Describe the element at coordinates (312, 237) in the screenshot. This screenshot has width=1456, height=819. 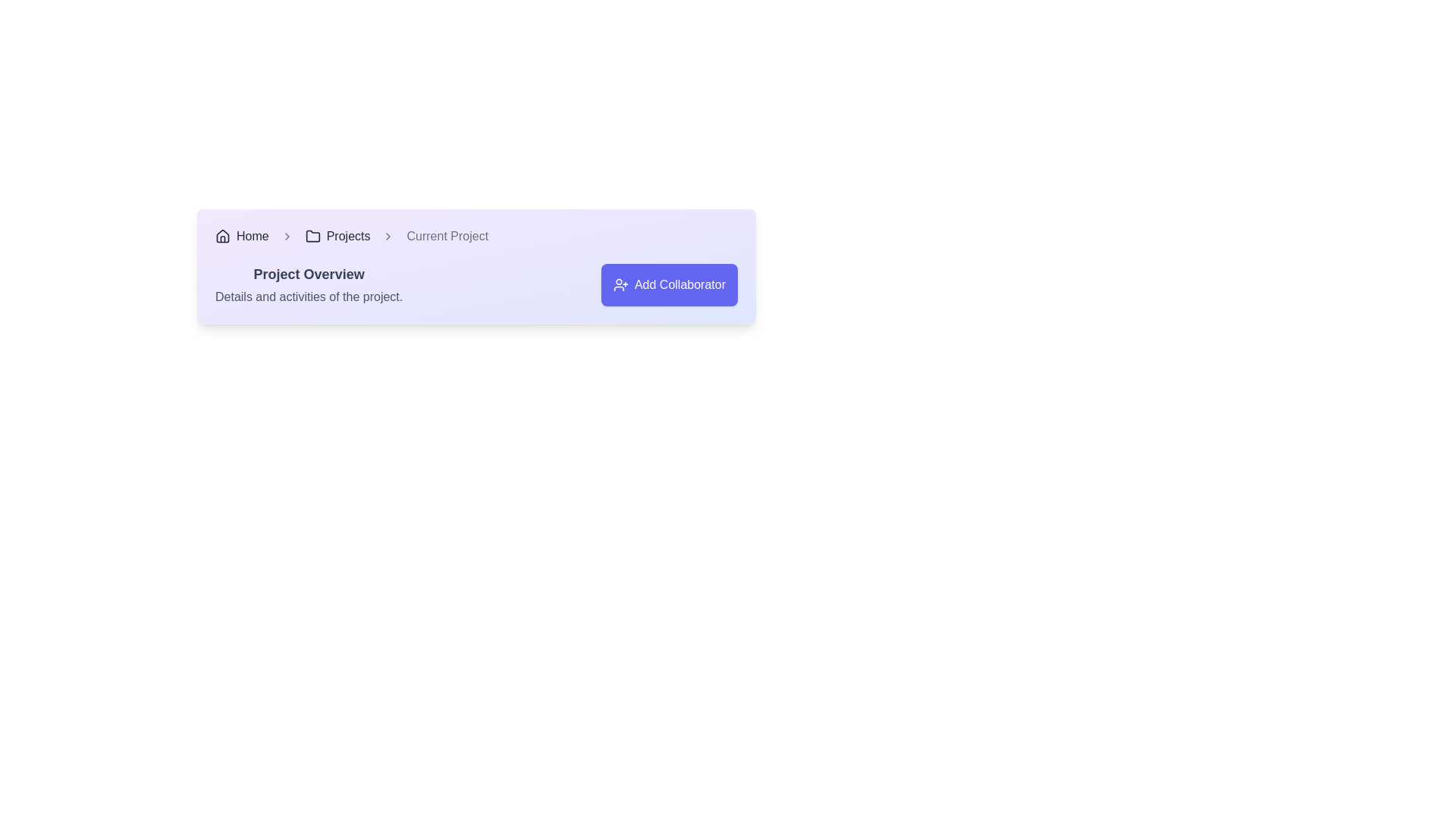
I see `the folder icon located in the breadcrumb navigation bar, which is the first sibling component to the left of the 'Projects' label` at that location.